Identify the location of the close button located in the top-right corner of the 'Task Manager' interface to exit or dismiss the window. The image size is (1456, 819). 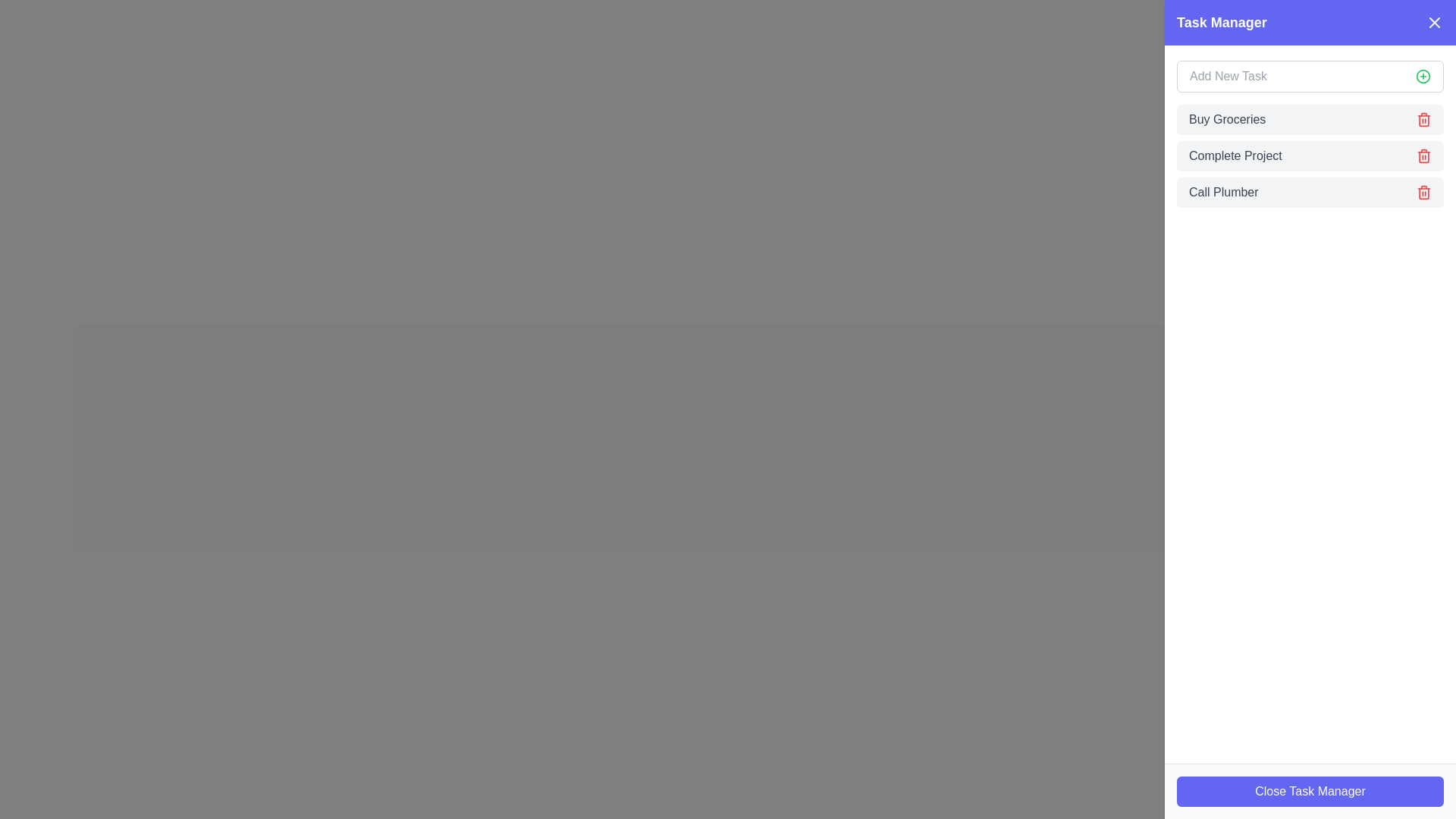
(1433, 23).